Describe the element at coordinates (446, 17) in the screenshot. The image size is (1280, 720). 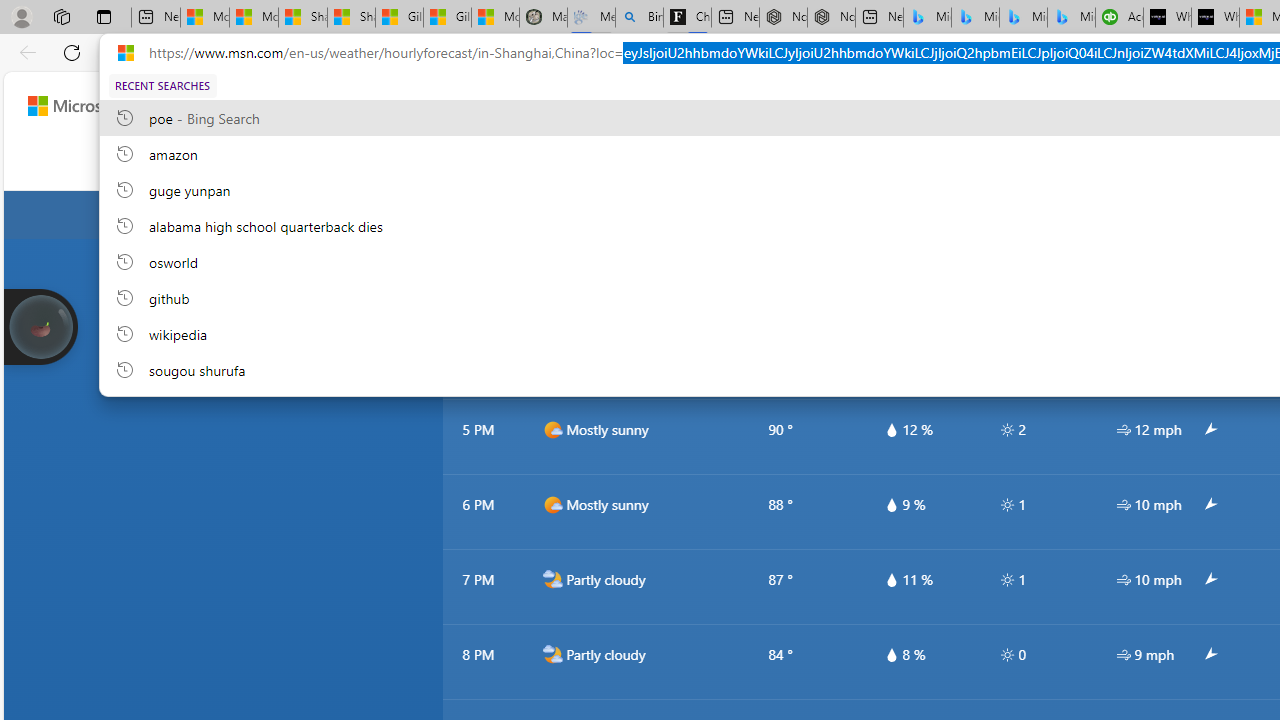
I see `'Gilma and Hector both pose tropical trouble for Hawaii'` at that location.